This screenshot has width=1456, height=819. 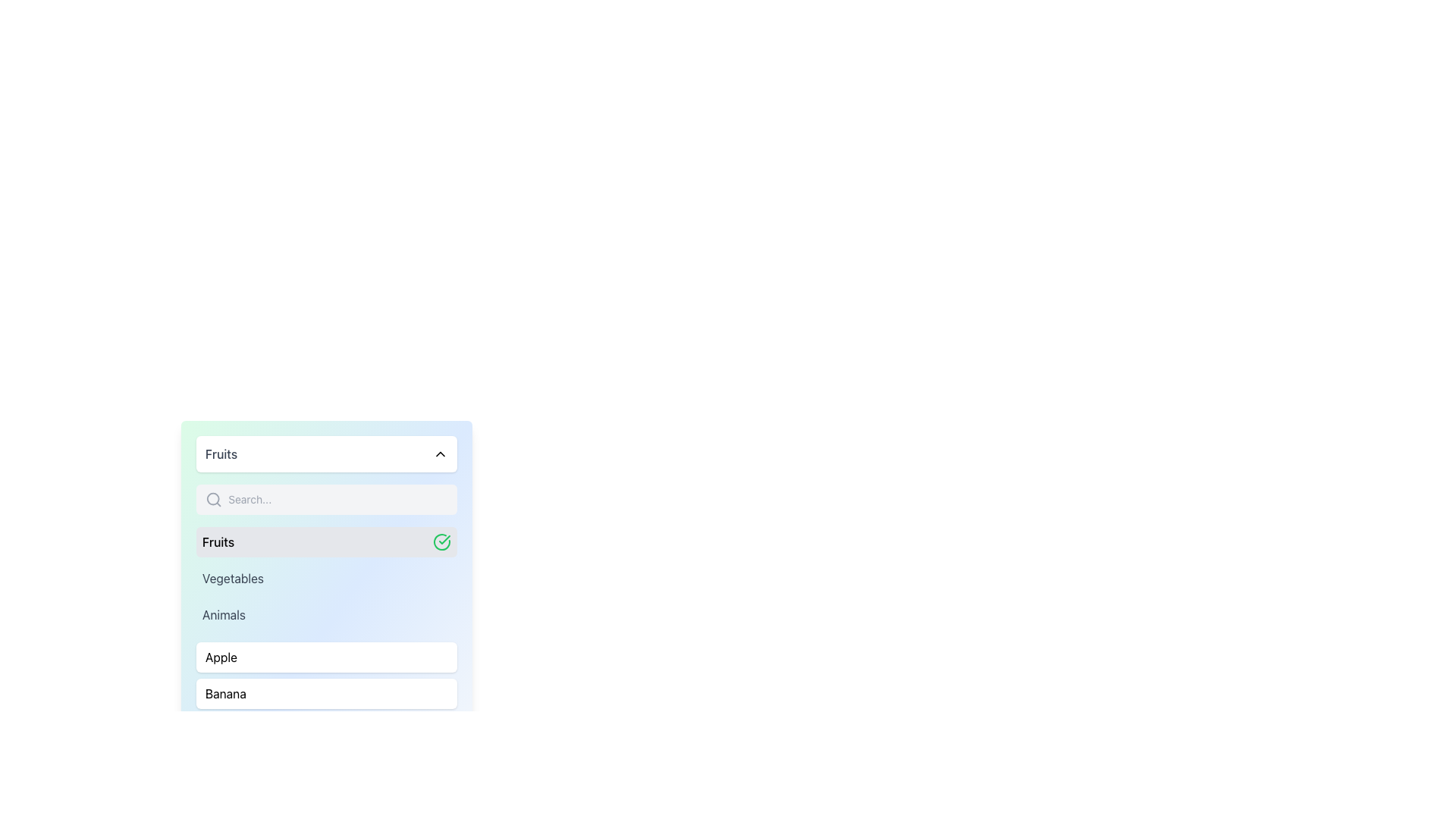 I want to click on the circular icon resembling a magnifying glass located next to the search bar area, so click(x=212, y=499).